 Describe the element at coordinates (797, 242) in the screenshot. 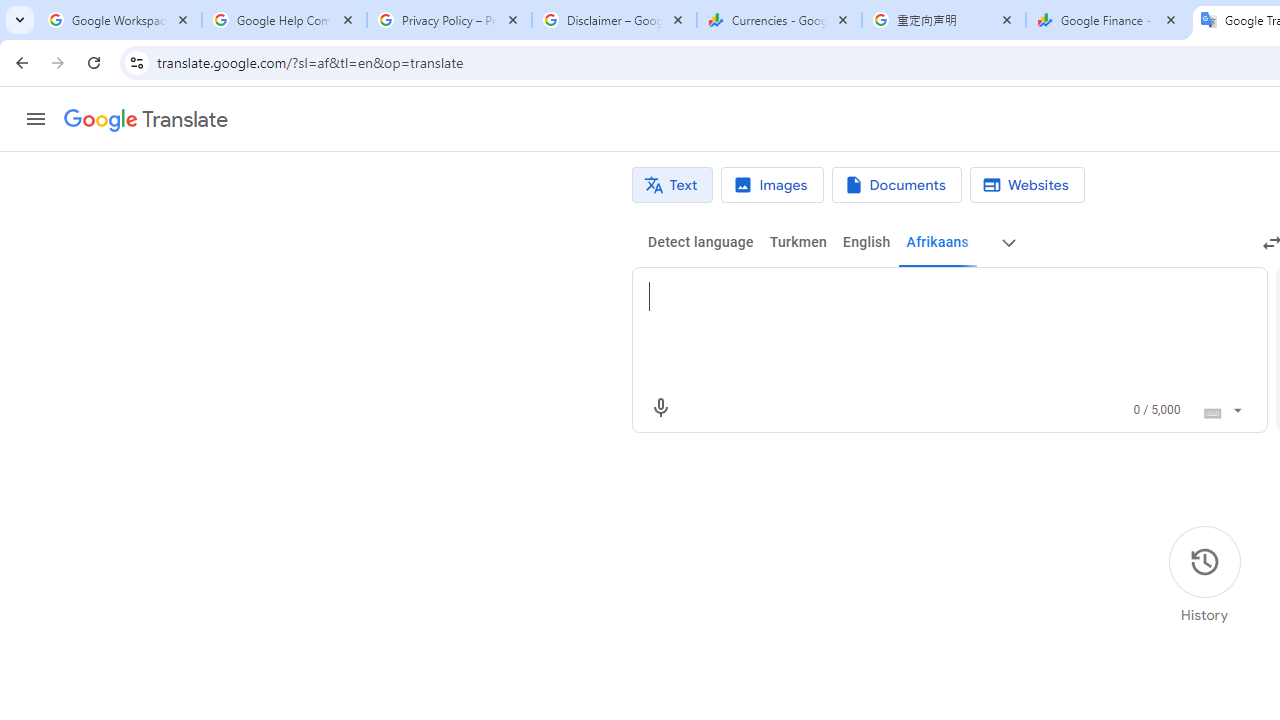

I see `'Turkmen'` at that location.